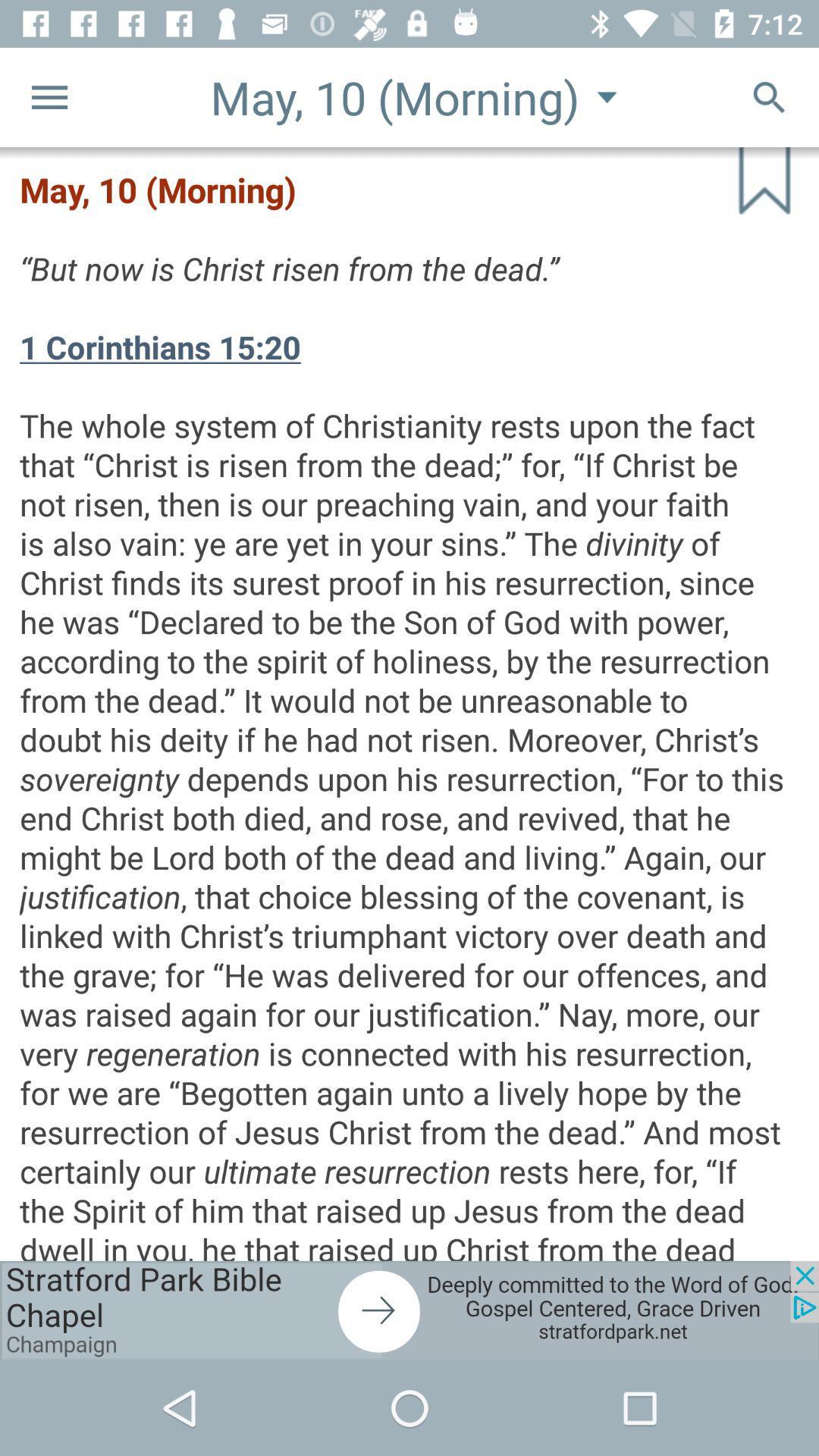  I want to click on the search icon, so click(769, 96).